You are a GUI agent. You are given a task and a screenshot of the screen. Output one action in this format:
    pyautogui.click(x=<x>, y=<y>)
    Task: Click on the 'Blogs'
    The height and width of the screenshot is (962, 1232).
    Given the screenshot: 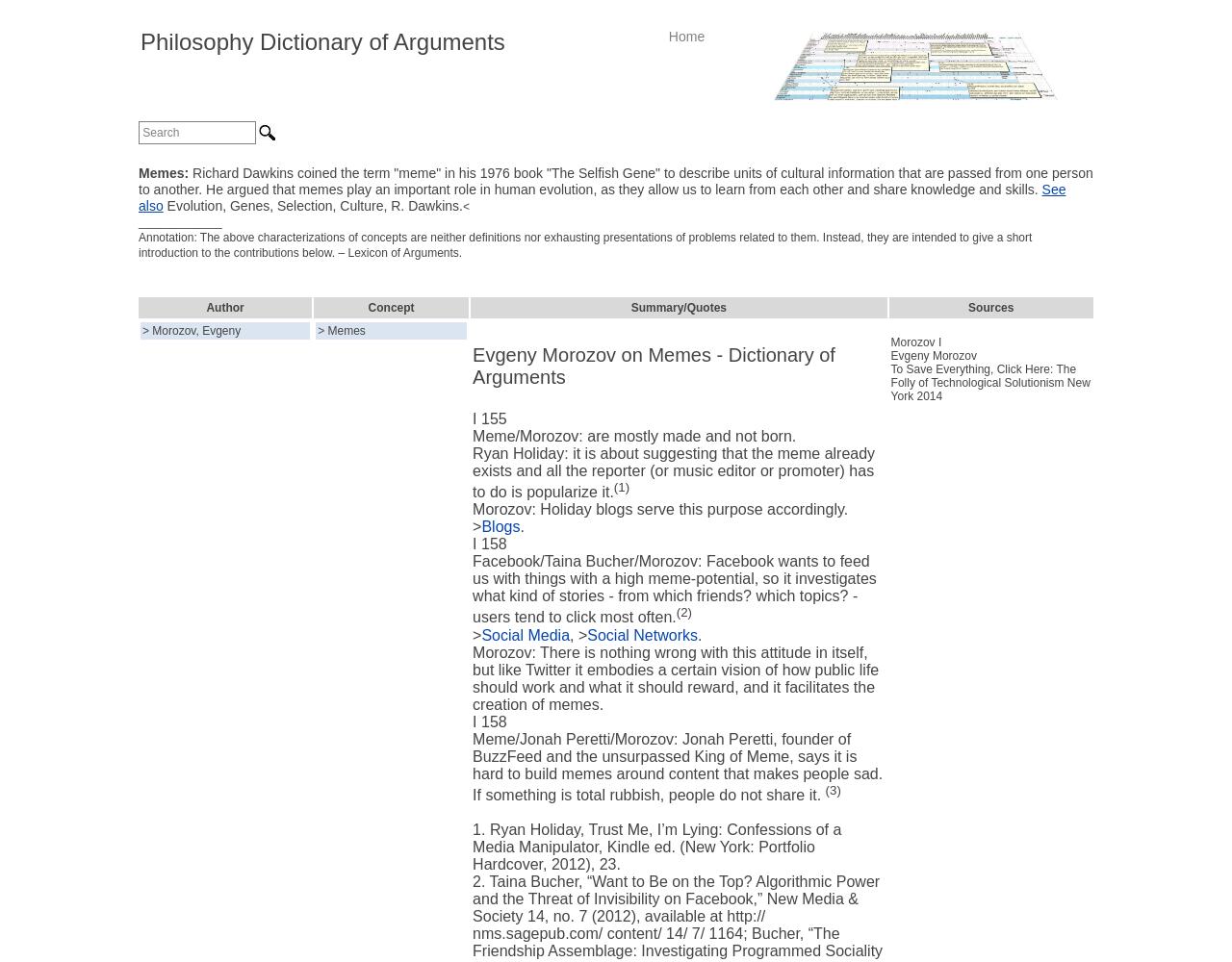 What is the action you would take?
    pyautogui.click(x=500, y=526)
    